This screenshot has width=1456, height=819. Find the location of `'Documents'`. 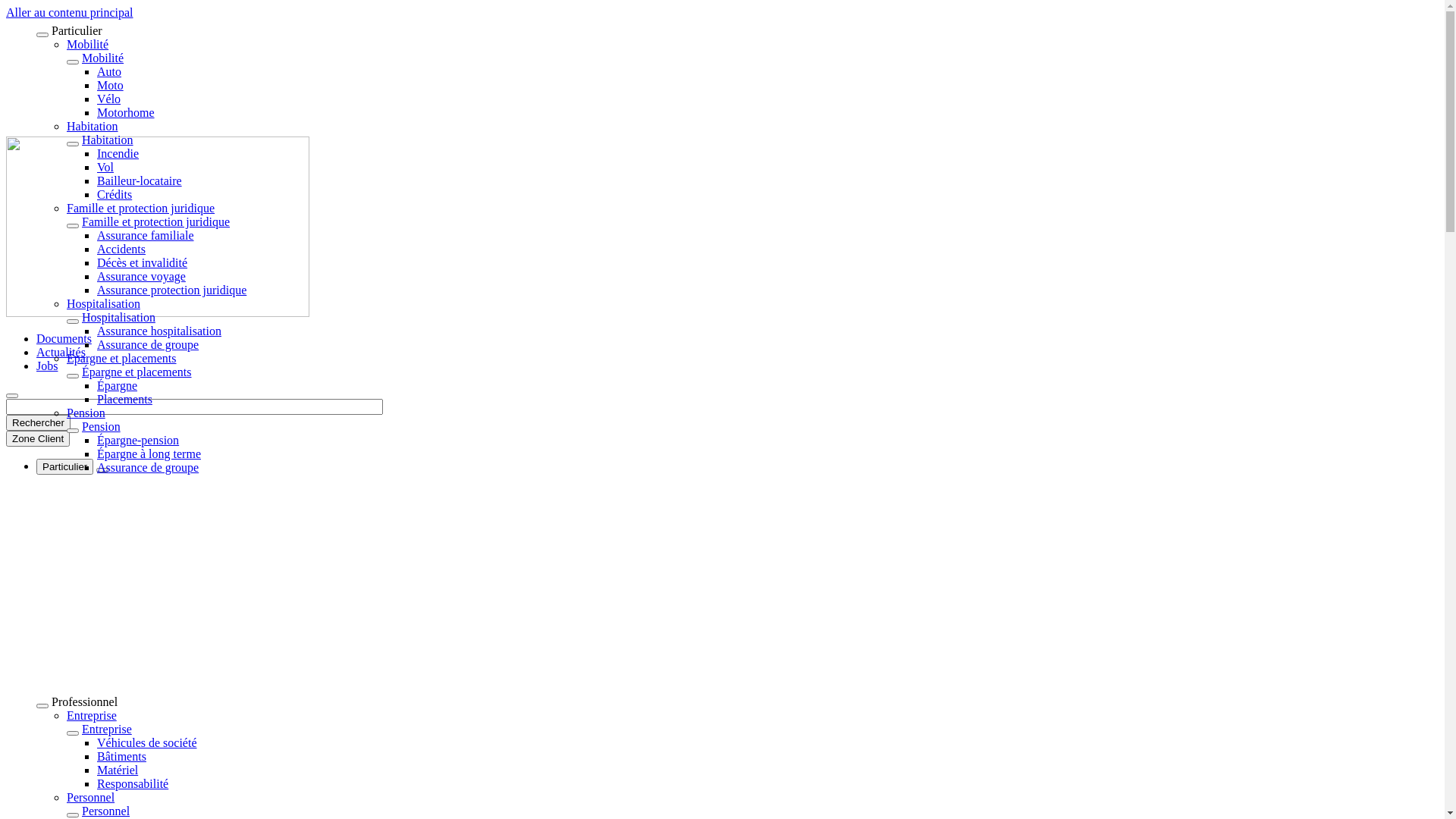

'Documents' is located at coordinates (63, 337).